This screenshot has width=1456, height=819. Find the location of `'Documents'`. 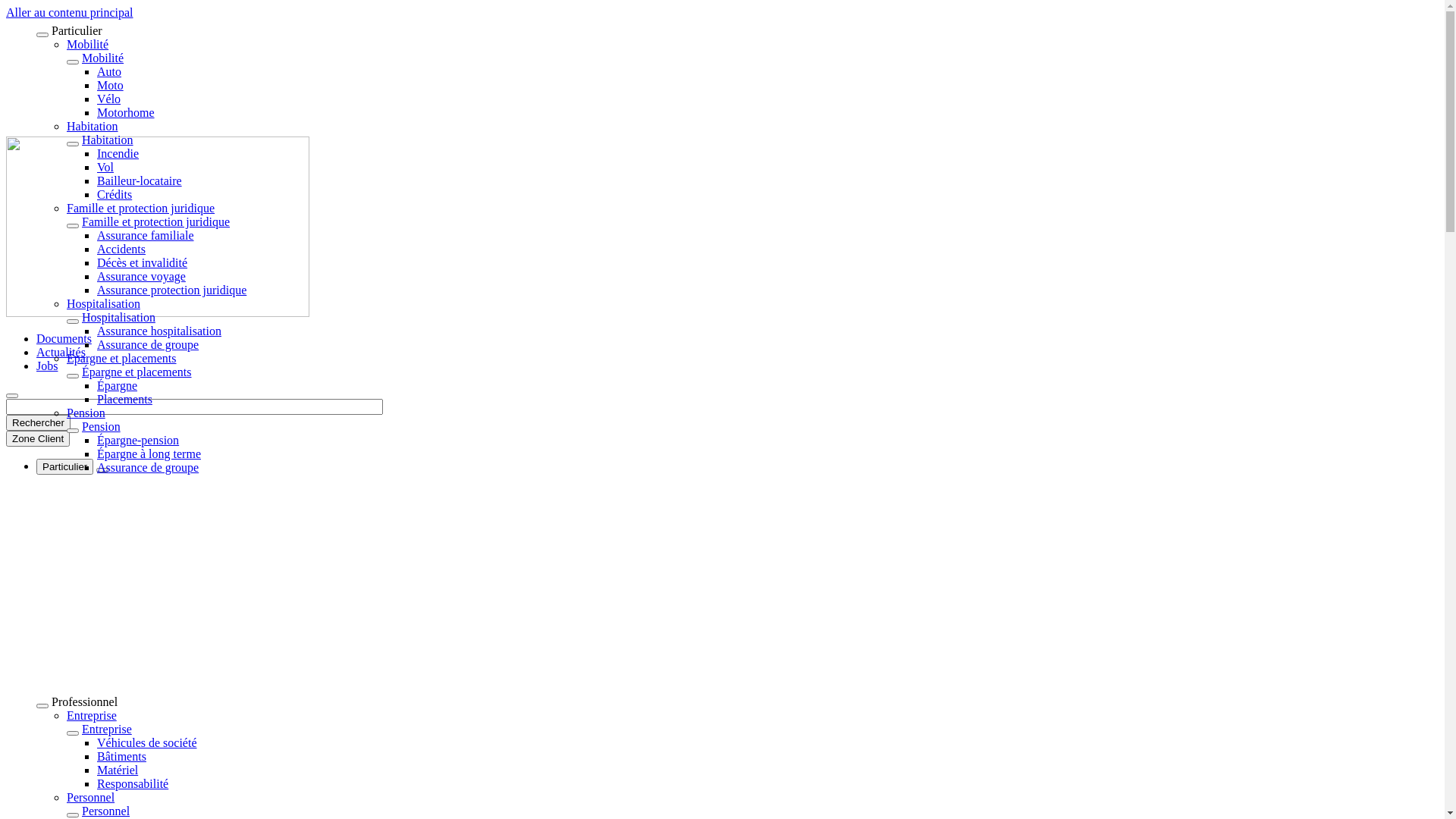

'Documents' is located at coordinates (63, 337).